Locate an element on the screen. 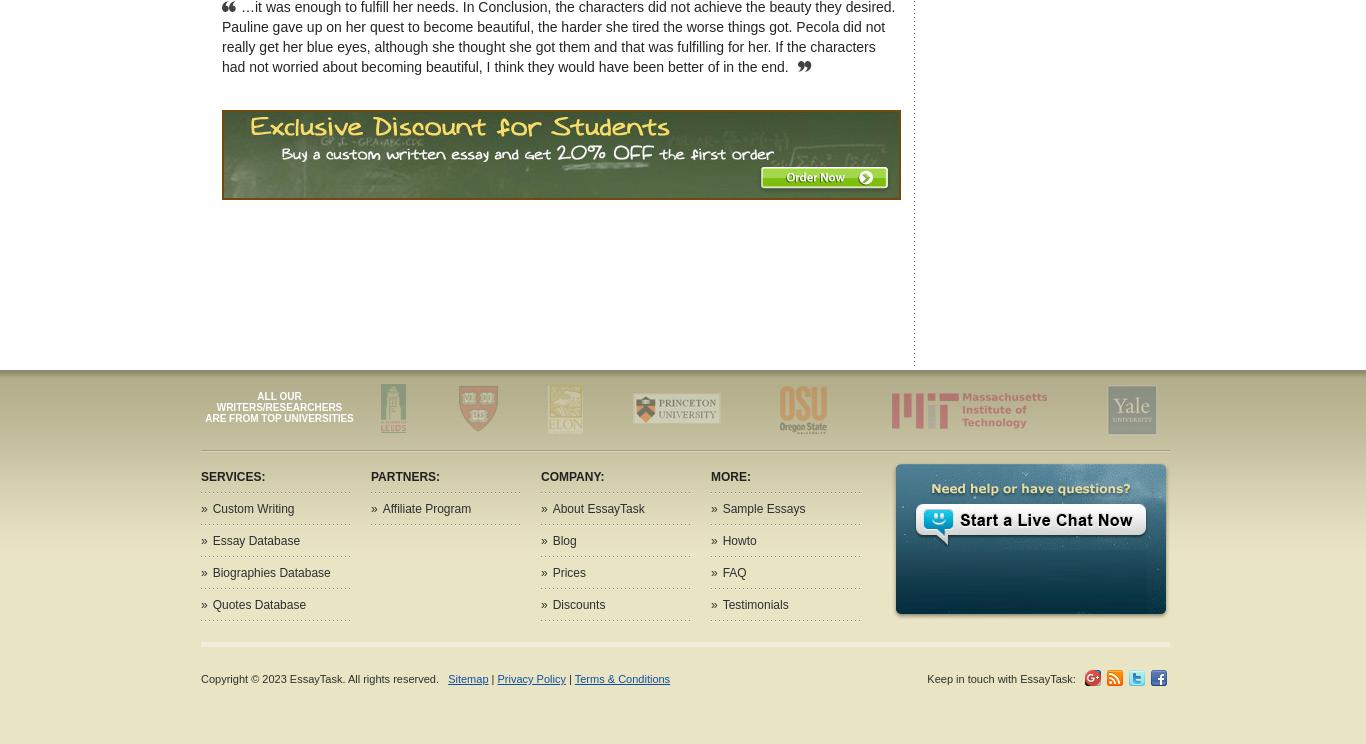 The image size is (1366, 744). 'Discounts' is located at coordinates (577, 604).